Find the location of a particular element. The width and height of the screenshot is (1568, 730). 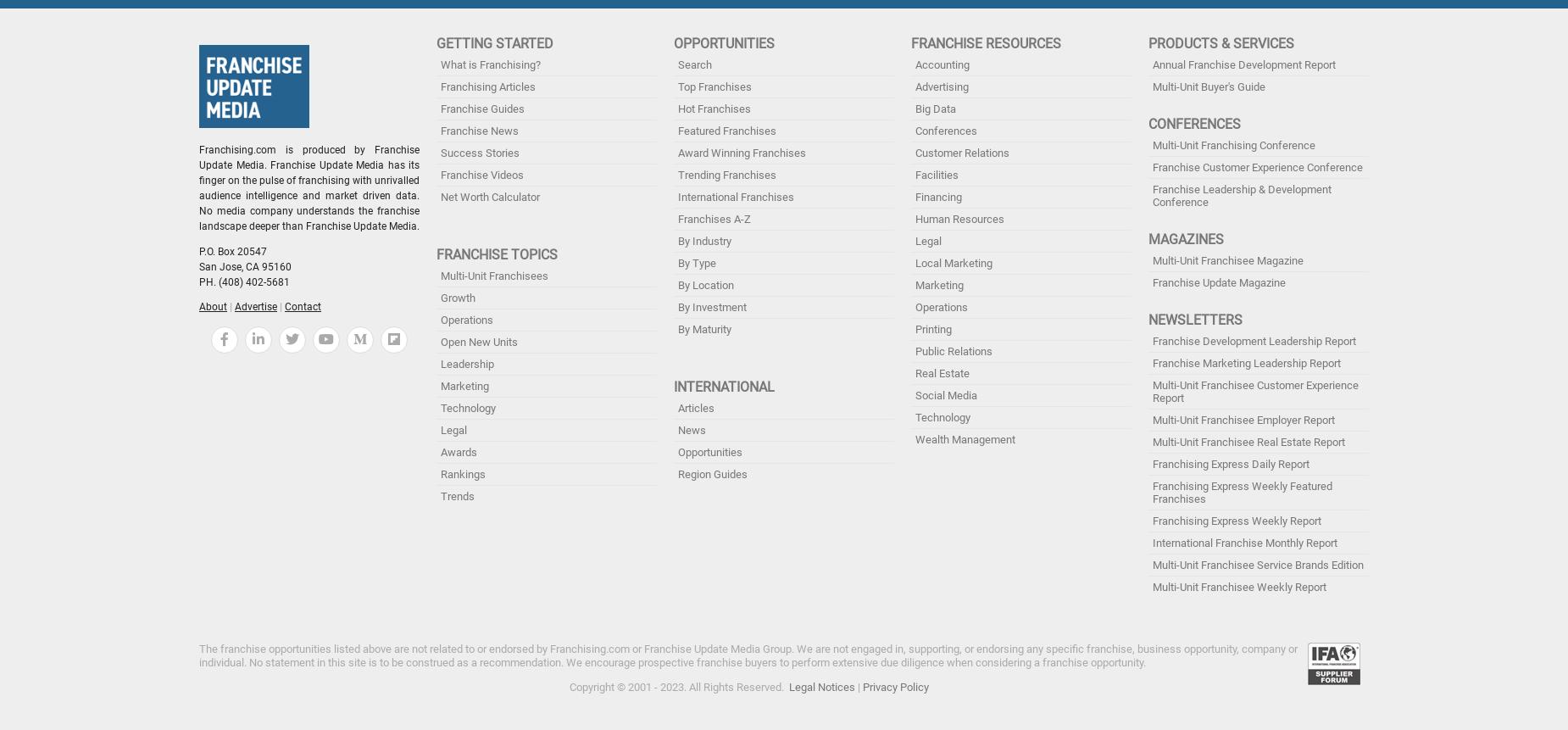

'Franchise Customer Experience Conference' is located at coordinates (1258, 166).